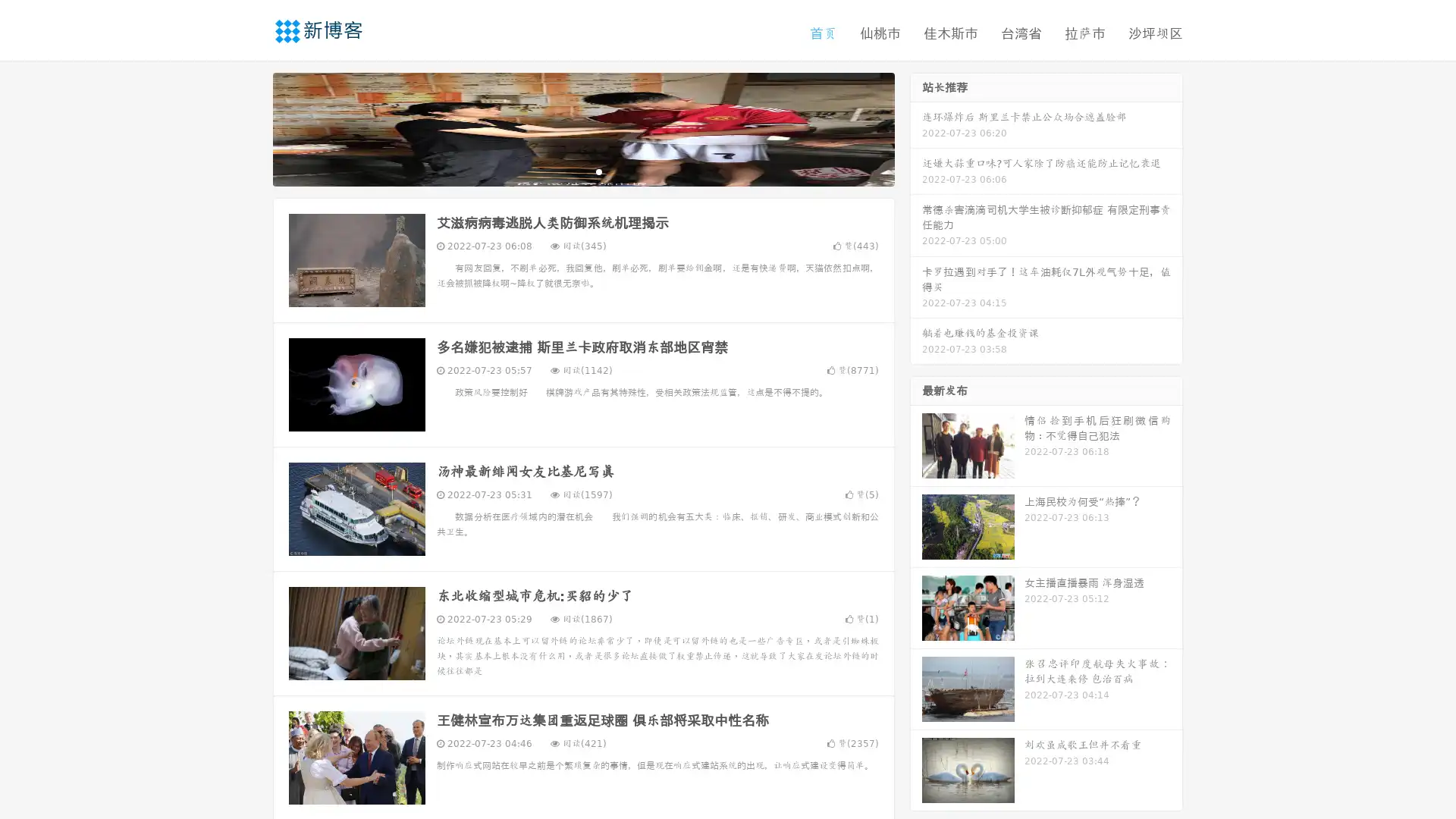 The image size is (1456, 819). I want to click on Go to slide 2, so click(582, 171).